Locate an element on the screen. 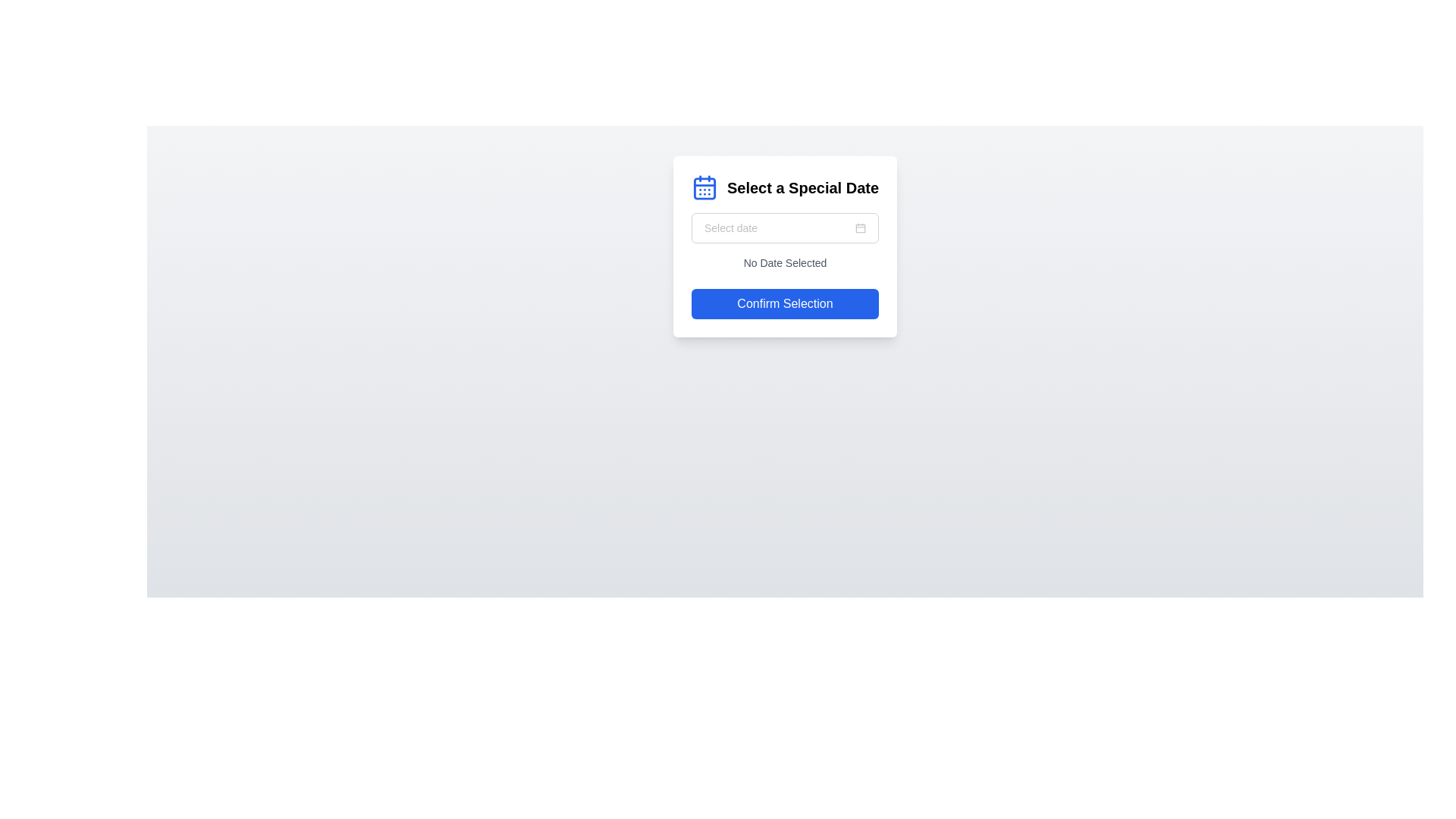  the heading text with a decorative icon that indicates the purpose of the card for selecting a special date, located at the top of the card UI is located at coordinates (785, 187).